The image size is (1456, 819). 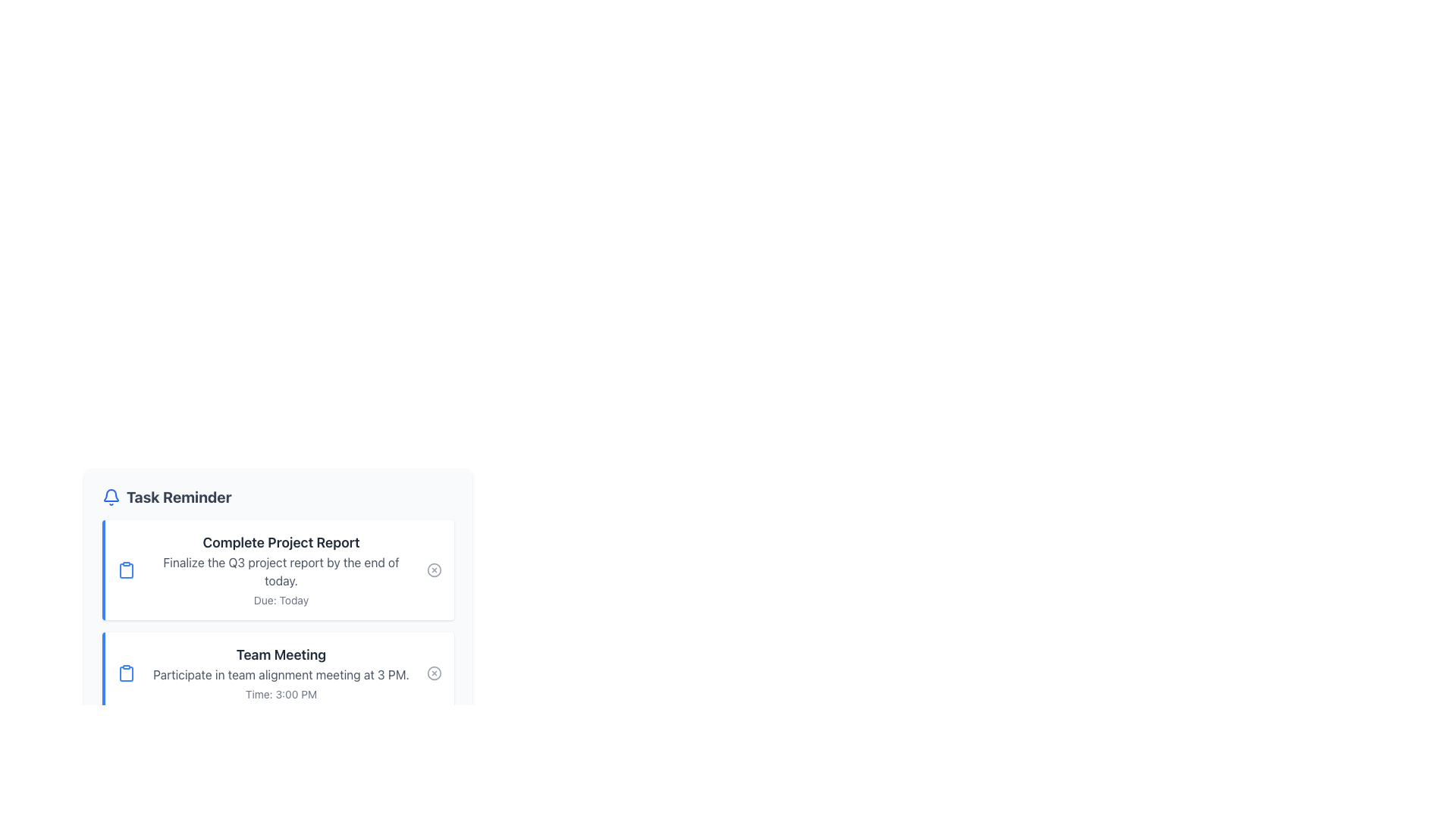 I want to click on the small circular button with an 'X' icon inside, located on the far right side of the 'Team Meeting' section to change its appearance, so click(x=433, y=672).